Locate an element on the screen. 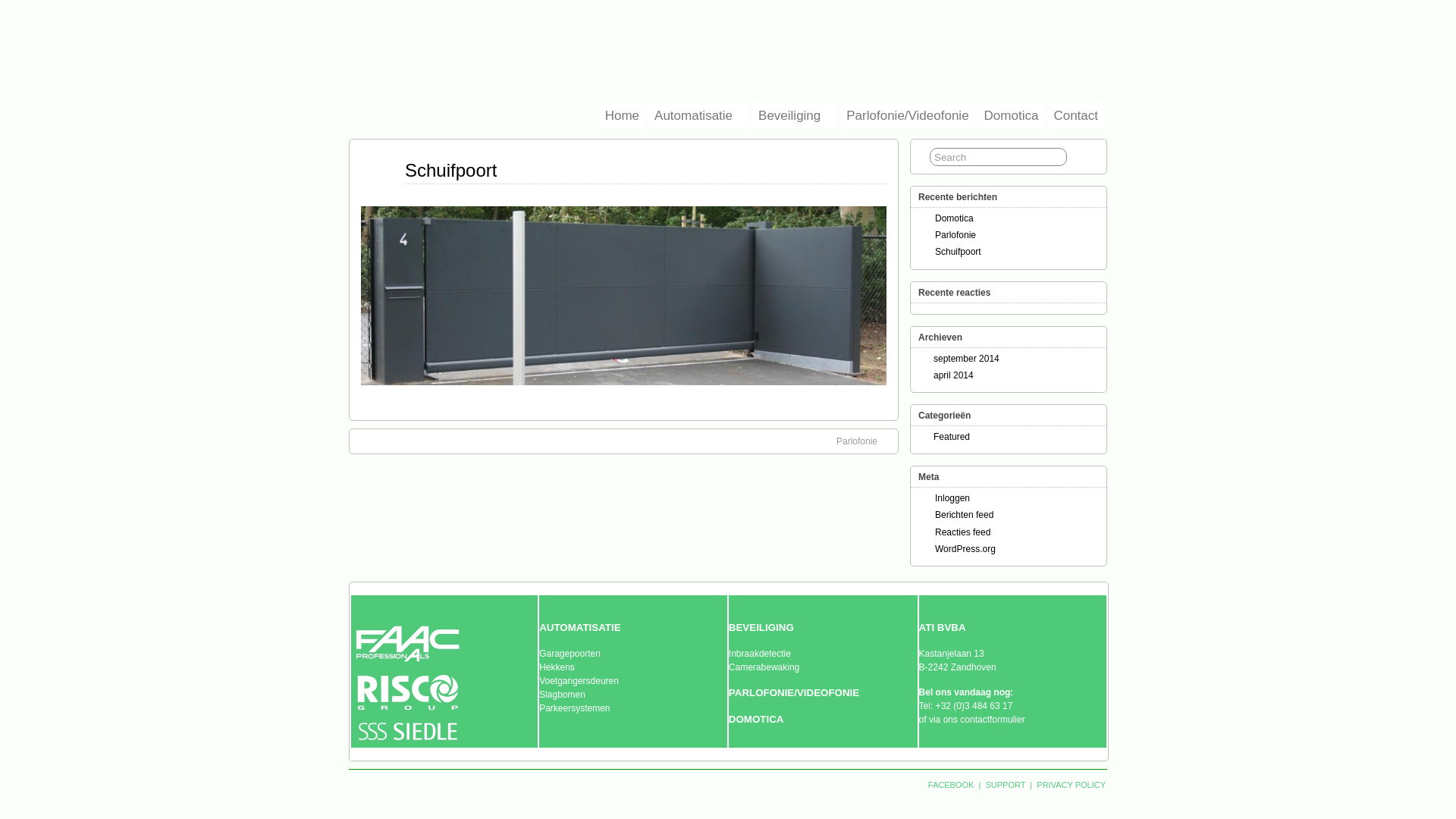 The height and width of the screenshot is (819, 1456). 'september 2014' is located at coordinates (965, 359).